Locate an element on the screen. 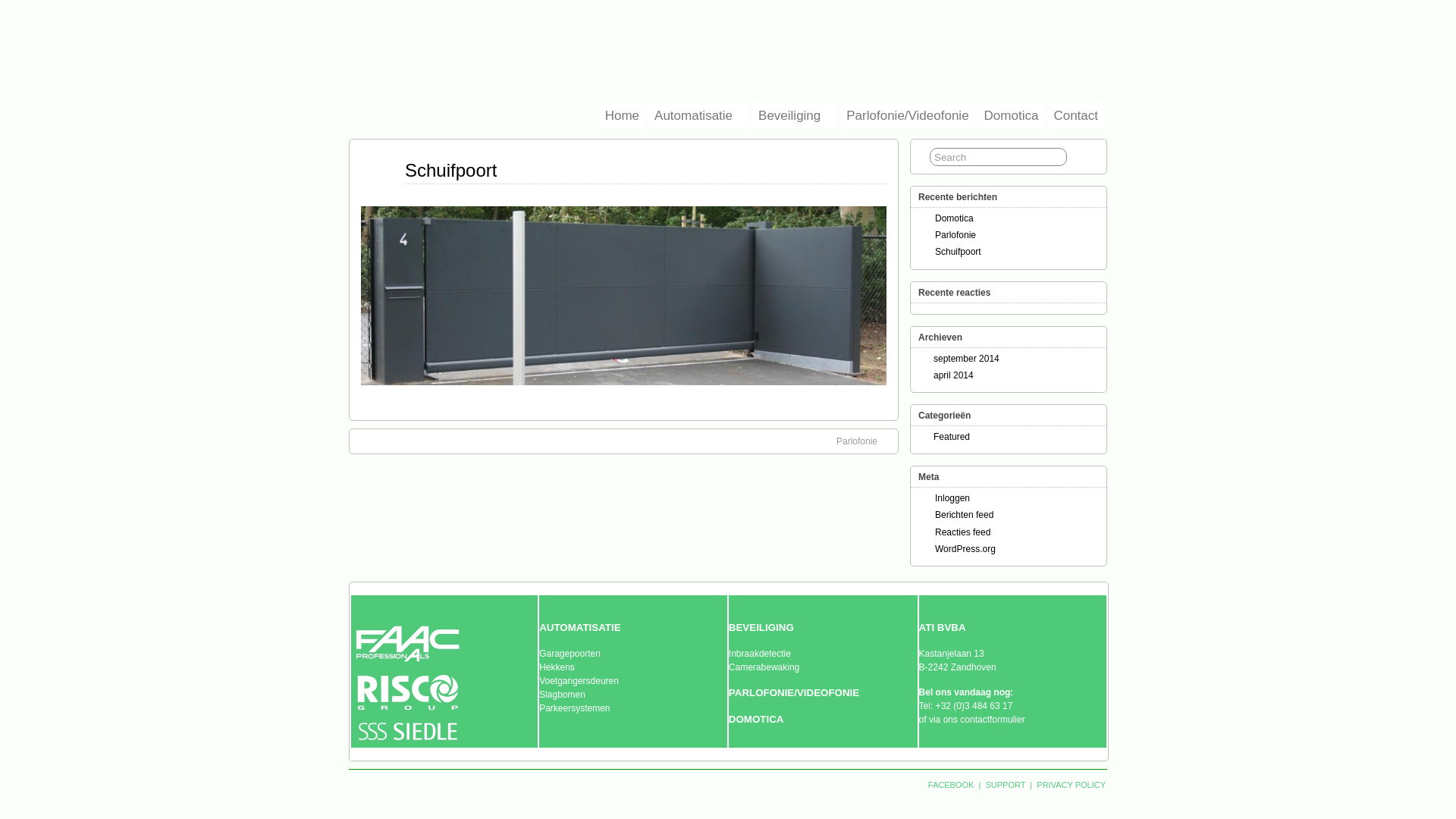 The height and width of the screenshot is (819, 1456). 'september 2014' is located at coordinates (965, 359).